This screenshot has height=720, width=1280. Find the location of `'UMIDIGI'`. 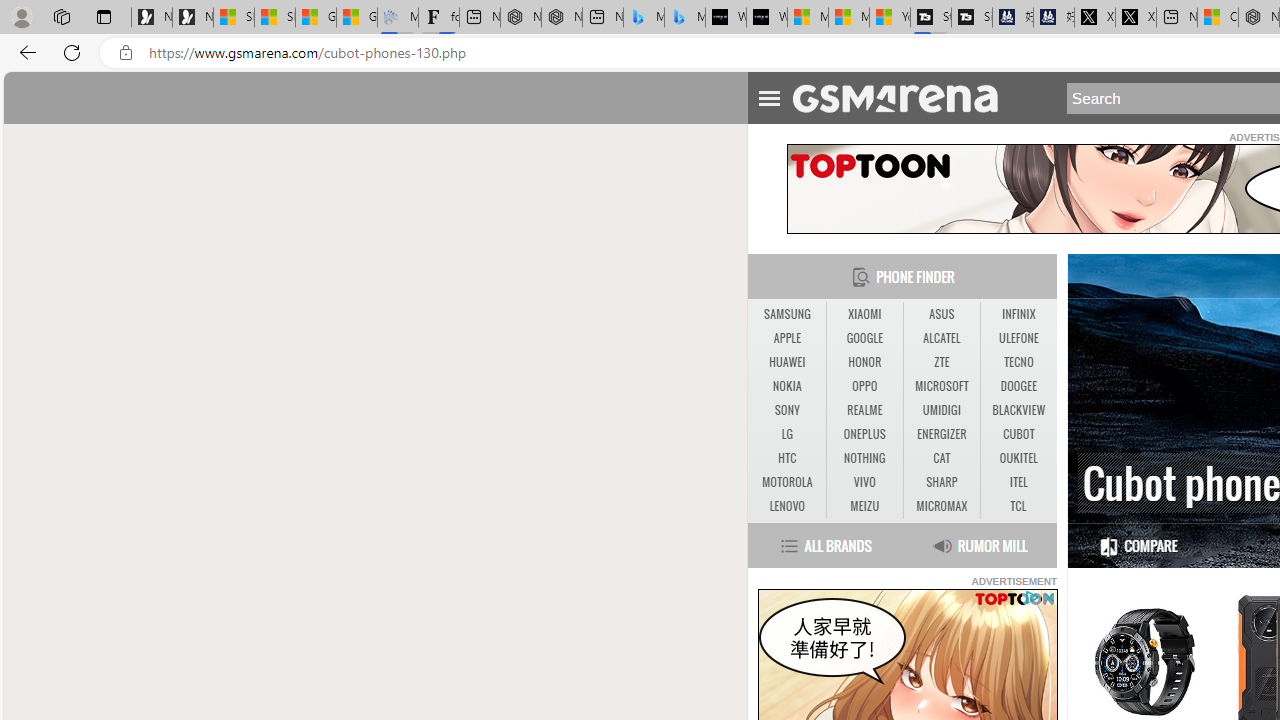

'UMIDIGI' is located at coordinates (941, 410).